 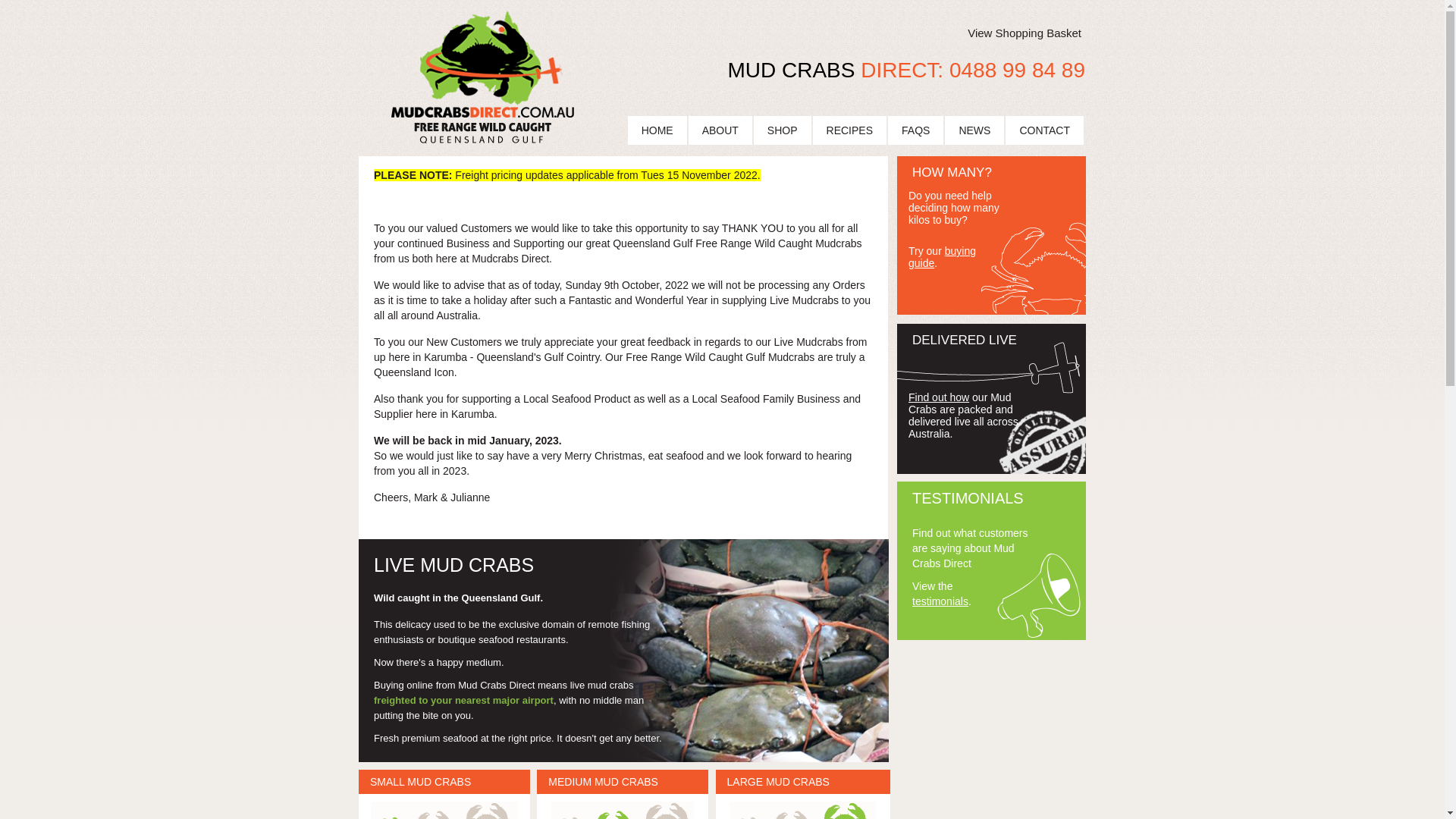 I want to click on 'NEWS', so click(x=974, y=130).